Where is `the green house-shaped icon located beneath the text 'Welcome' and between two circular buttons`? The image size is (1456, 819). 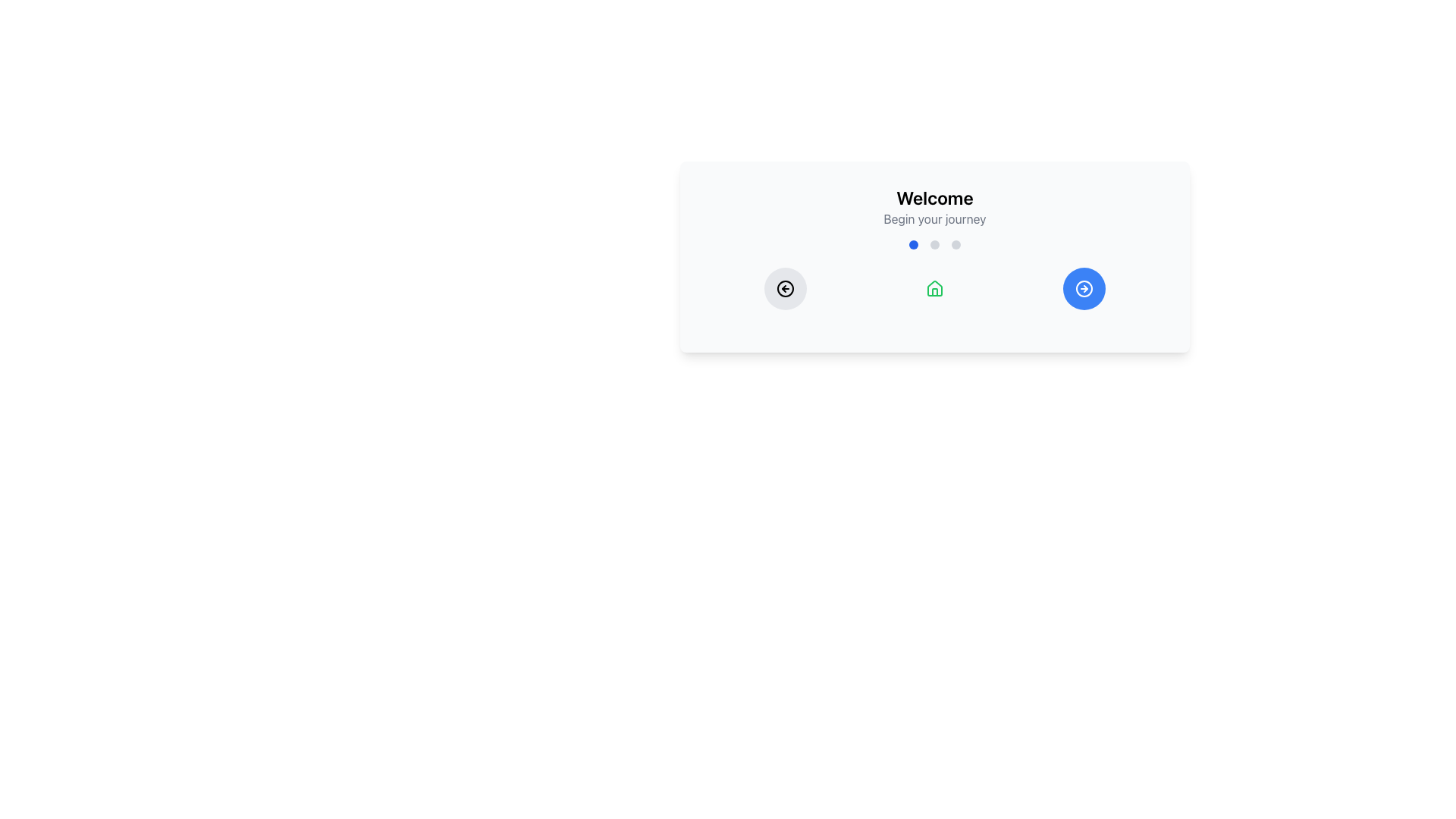 the green house-shaped icon located beneath the text 'Welcome' and between two circular buttons is located at coordinates (934, 289).